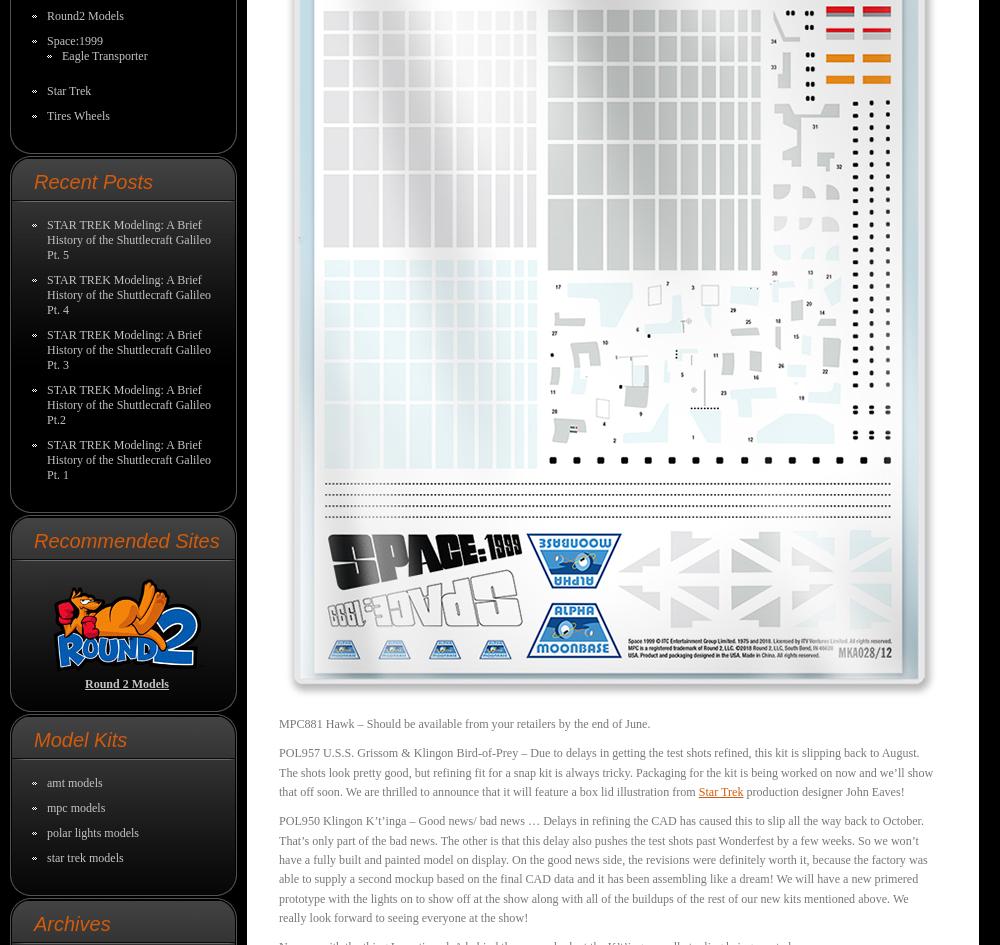  Describe the element at coordinates (128, 460) in the screenshot. I see `'STAR TREK Modeling: A Brief History of the Shuttlecraft Galileo Pt. 1'` at that location.